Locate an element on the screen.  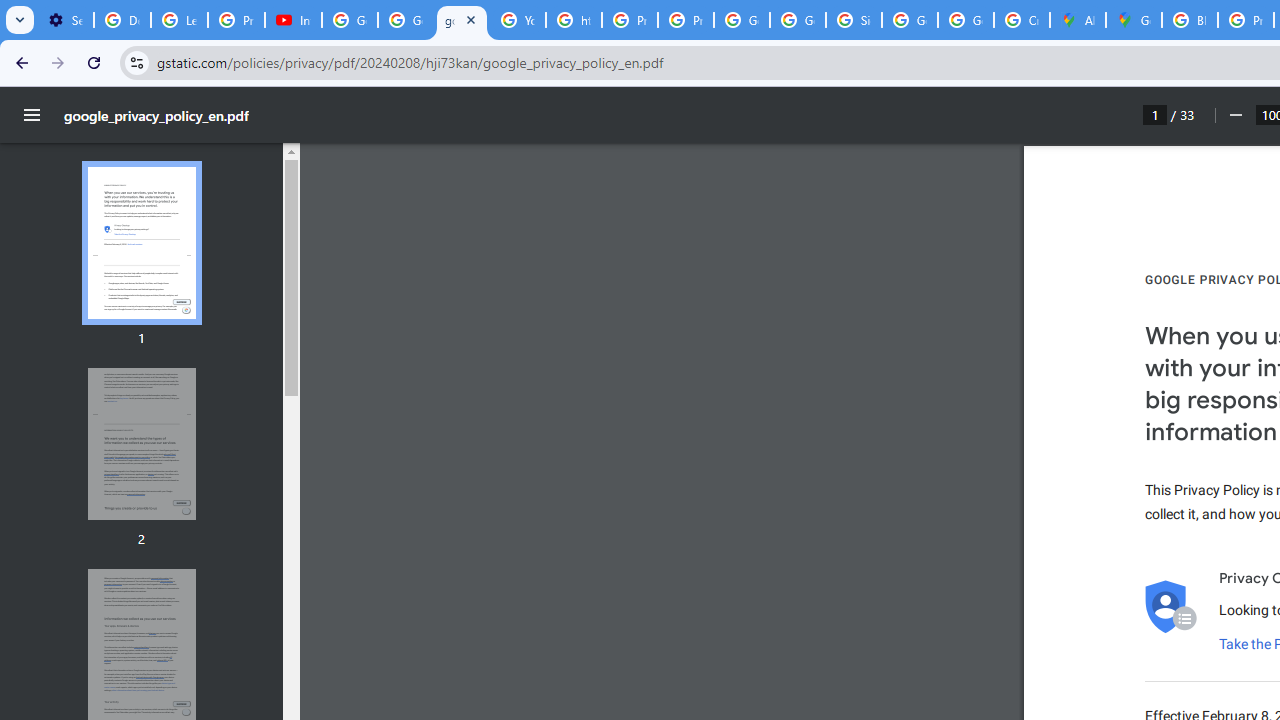
'Delete photos & videos - Computer - Google Photos Help' is located at coordinates (121, 20).